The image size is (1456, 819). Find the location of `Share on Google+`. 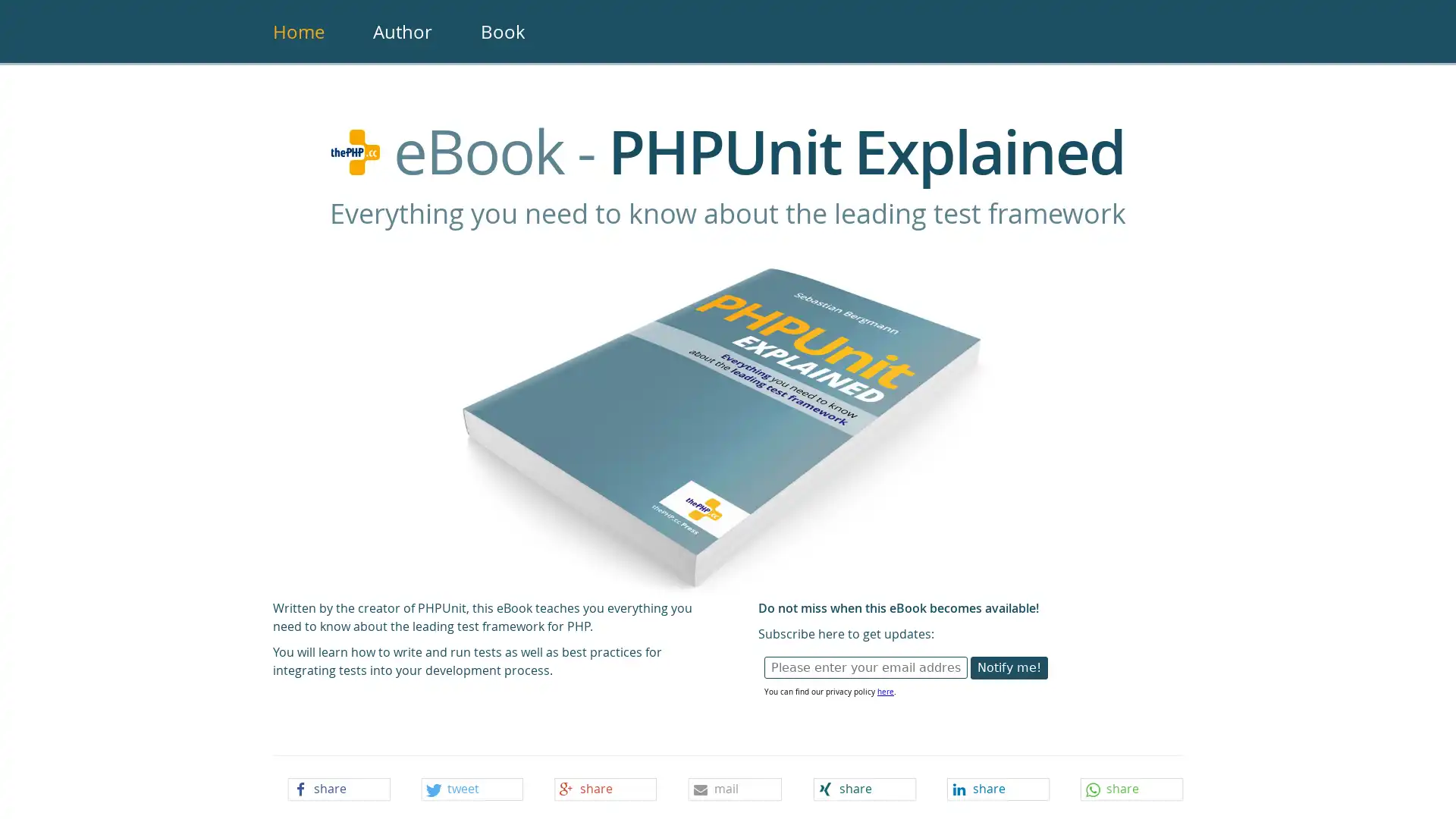

Share on Google+ is located at coordinates (604, 789).